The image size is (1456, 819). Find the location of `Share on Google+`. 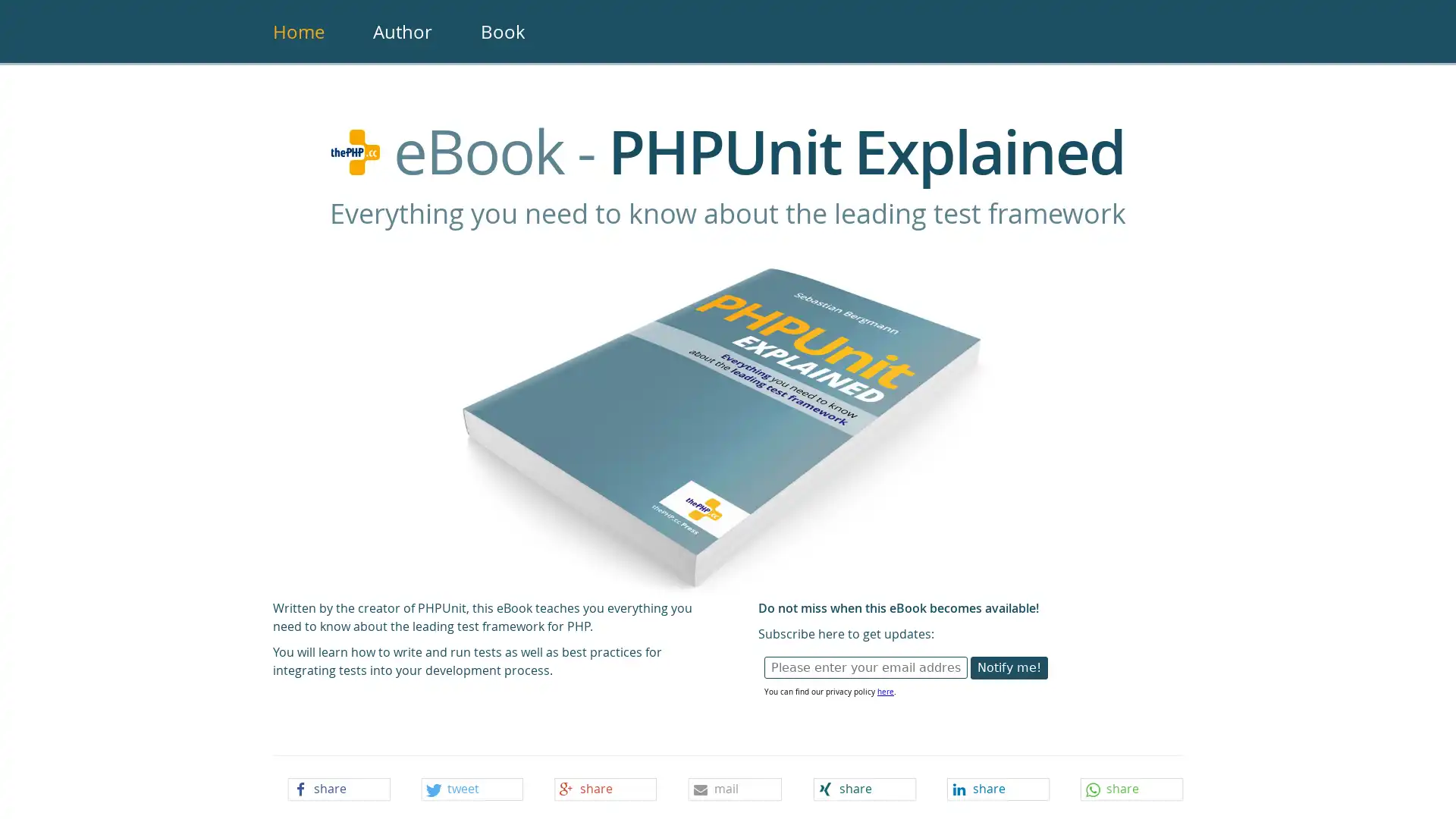

Share on Google+ is located at coordinates (604, 789).